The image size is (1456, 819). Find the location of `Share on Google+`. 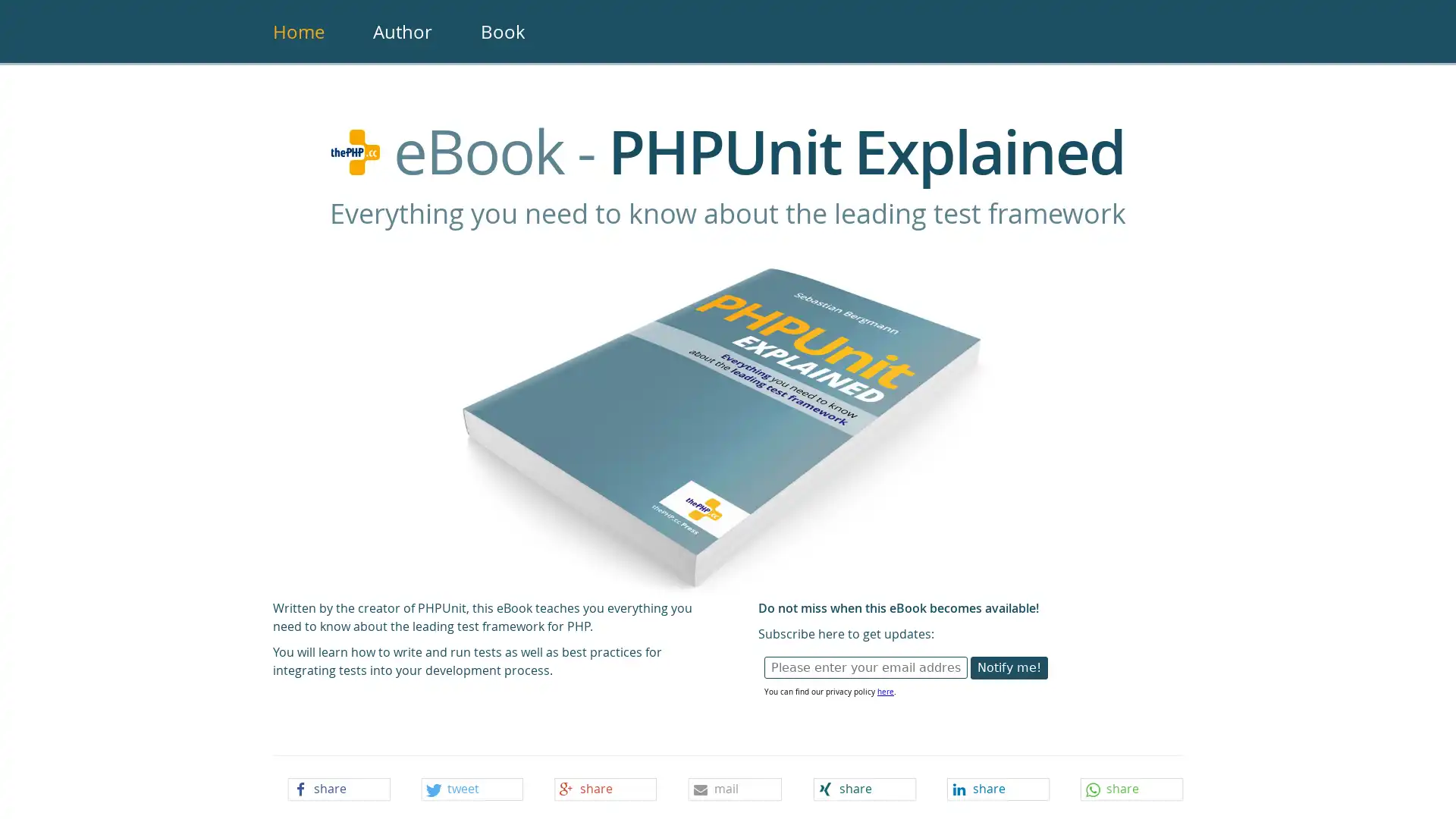

Share on Google+ is located at coordinates (604, 789).